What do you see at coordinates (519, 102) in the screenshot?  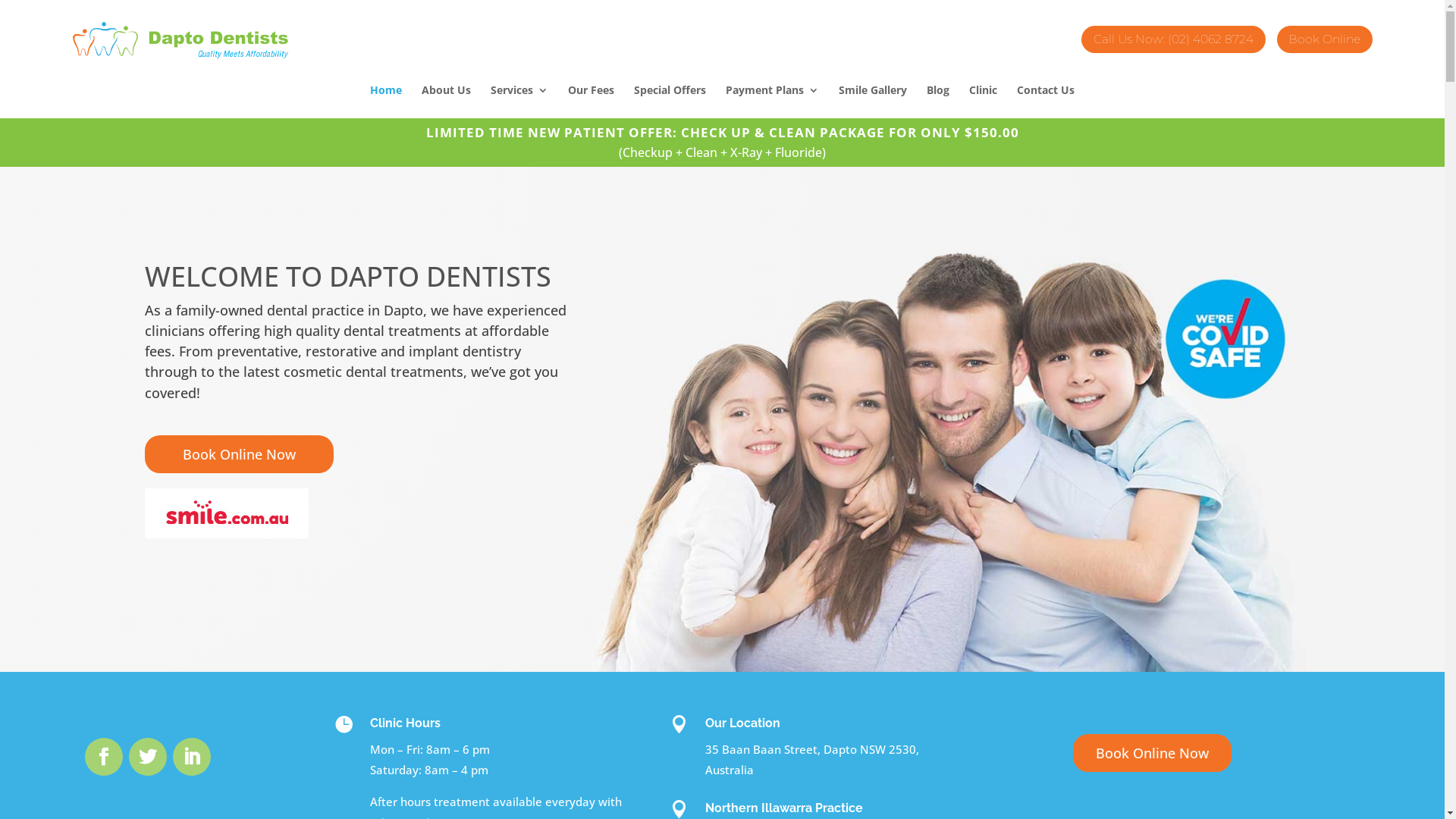 I see `'Services'` at bounding box center [519, 102].